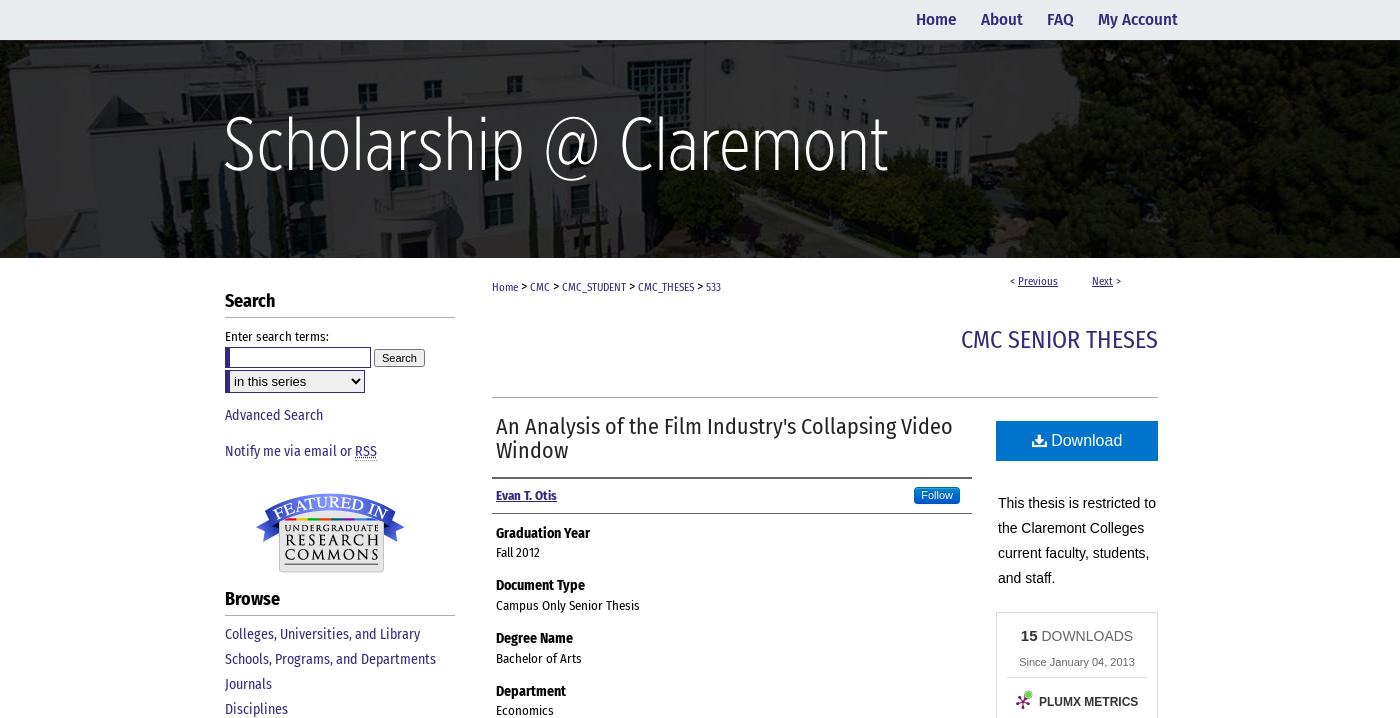 The image size is (1400, 718). Describe the element at coordinates (724, 437) in the screenshot. I see `'An Analysis of the Film Industry's Collapsing Video Window'` at that location.